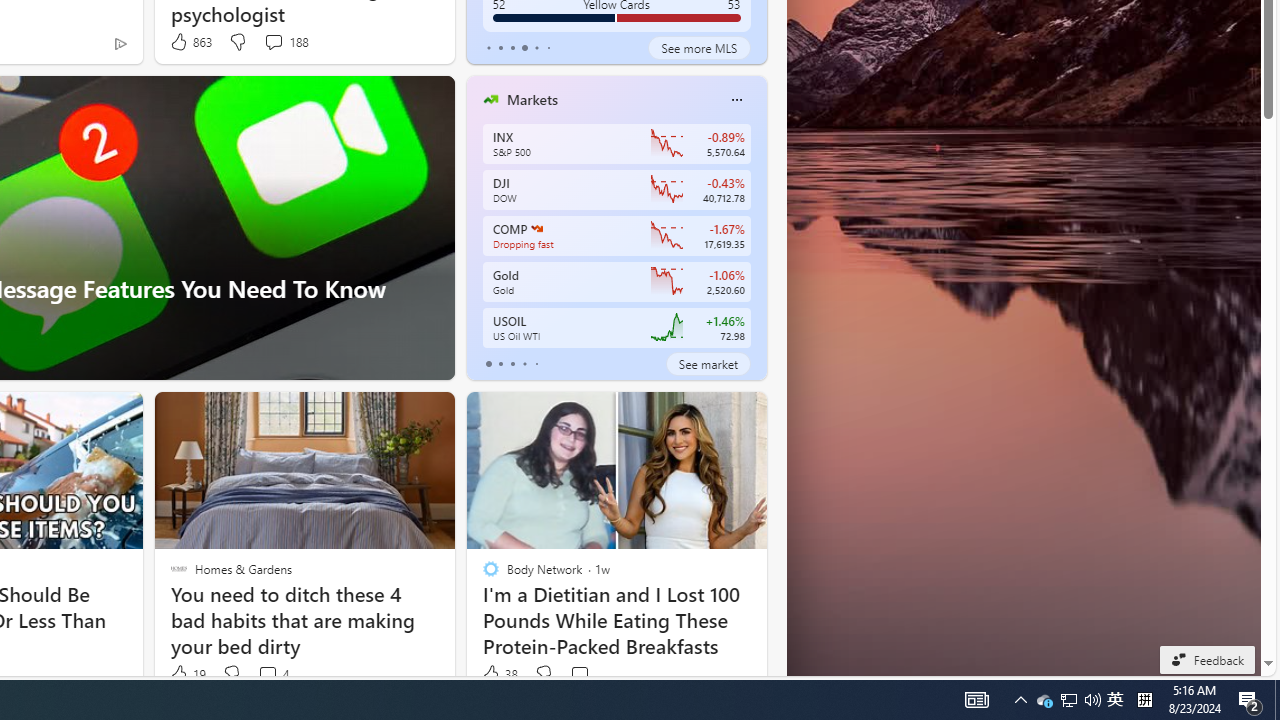  Describe the element at coordinates (512, 363) in the screenshot. I see `'tab-2'` at that location.